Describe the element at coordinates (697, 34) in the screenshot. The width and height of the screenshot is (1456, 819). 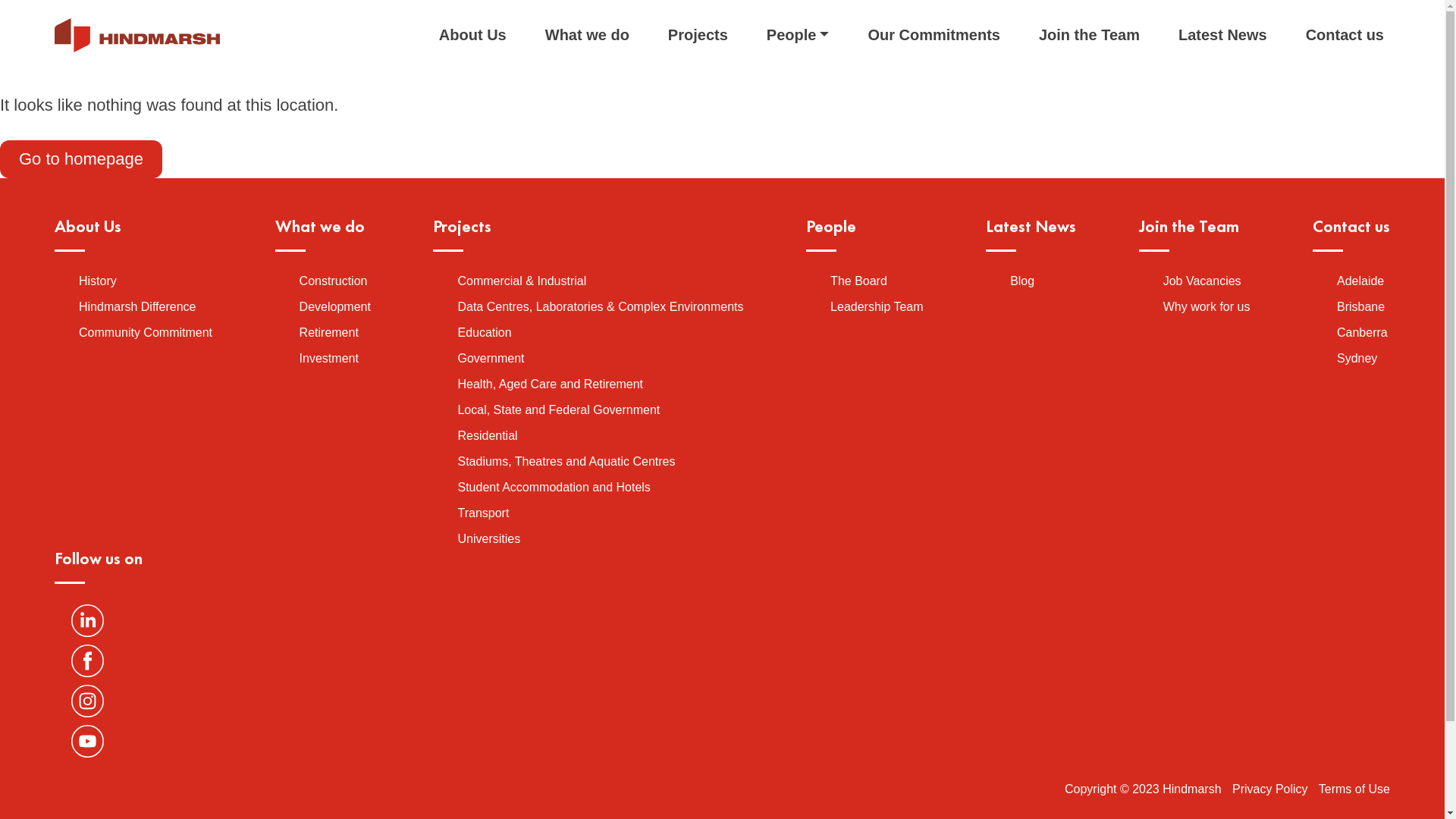
I see `'Projects'` at that location.